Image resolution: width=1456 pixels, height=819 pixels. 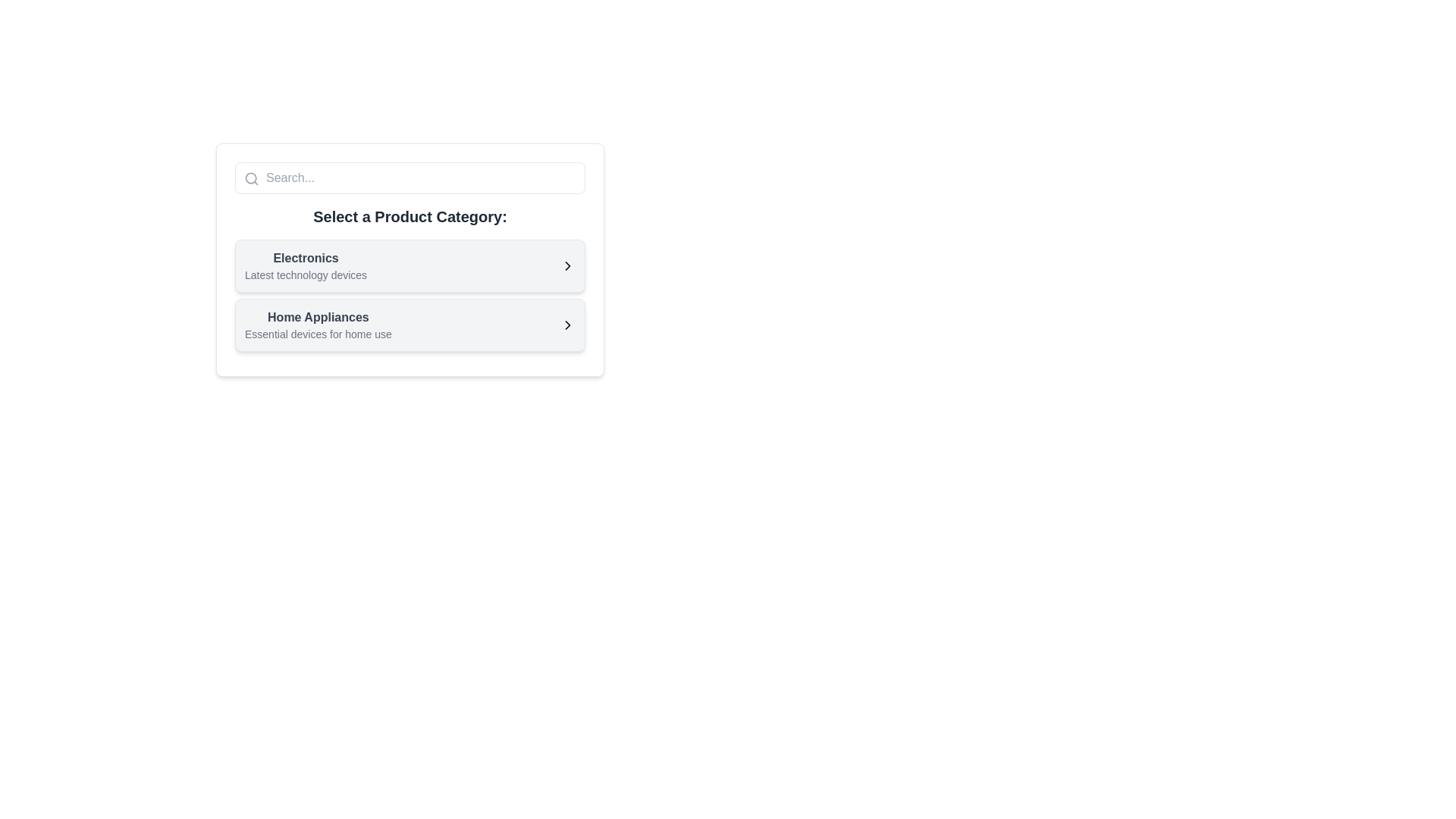 What do you see at coordinates (317, 333) in the screenshot?
I see `the Text Label (Subtitle) that provides additional context for 'Home Appliances', located underneath the main title in the second list item of the vertically stacked menu` at bounding box center [317, 333].